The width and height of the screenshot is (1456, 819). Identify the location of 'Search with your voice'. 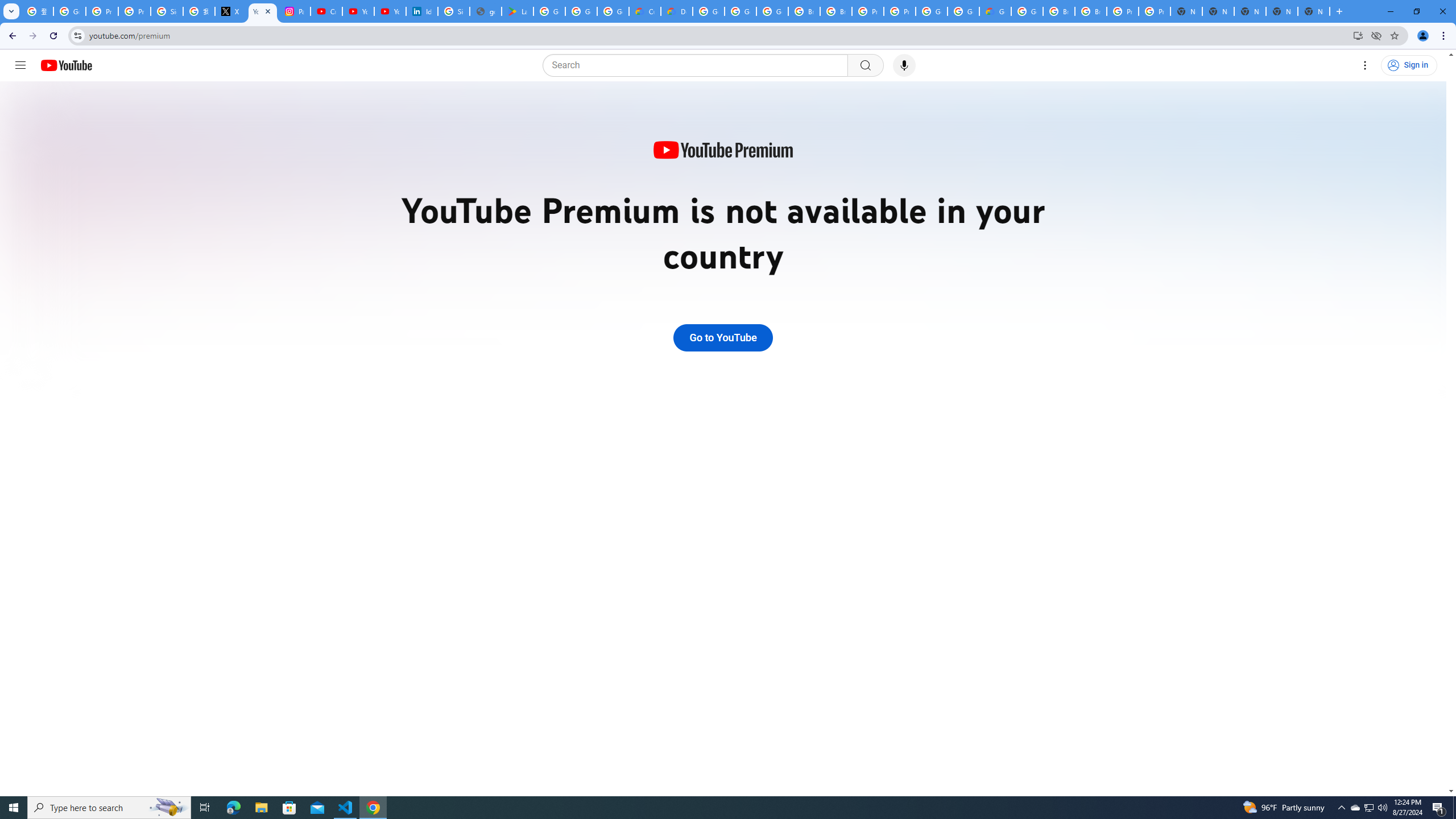
(904, 65).